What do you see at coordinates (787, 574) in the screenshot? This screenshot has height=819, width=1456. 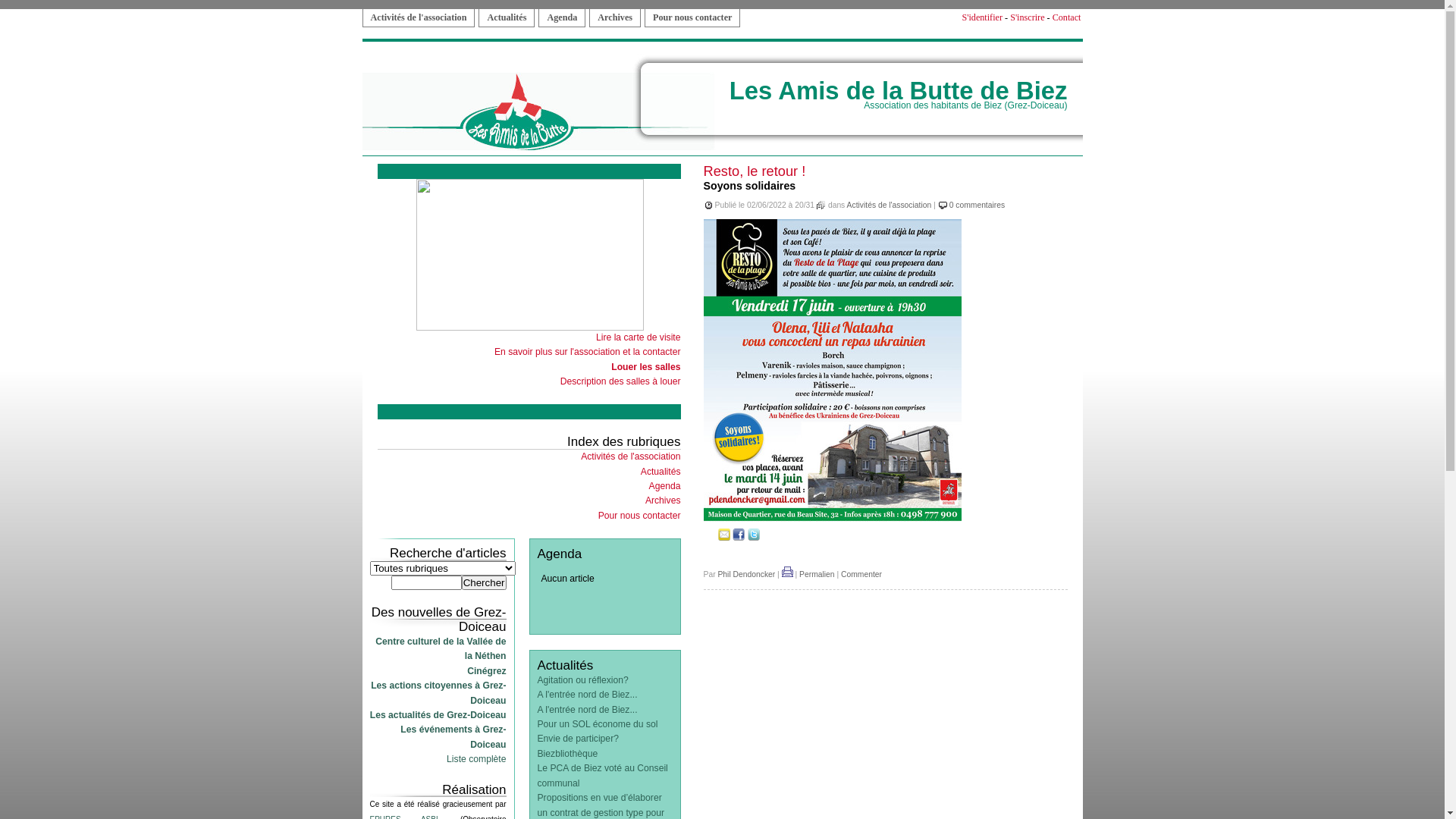 I see `'Version imprimable'` at bounding box center [787, 574].